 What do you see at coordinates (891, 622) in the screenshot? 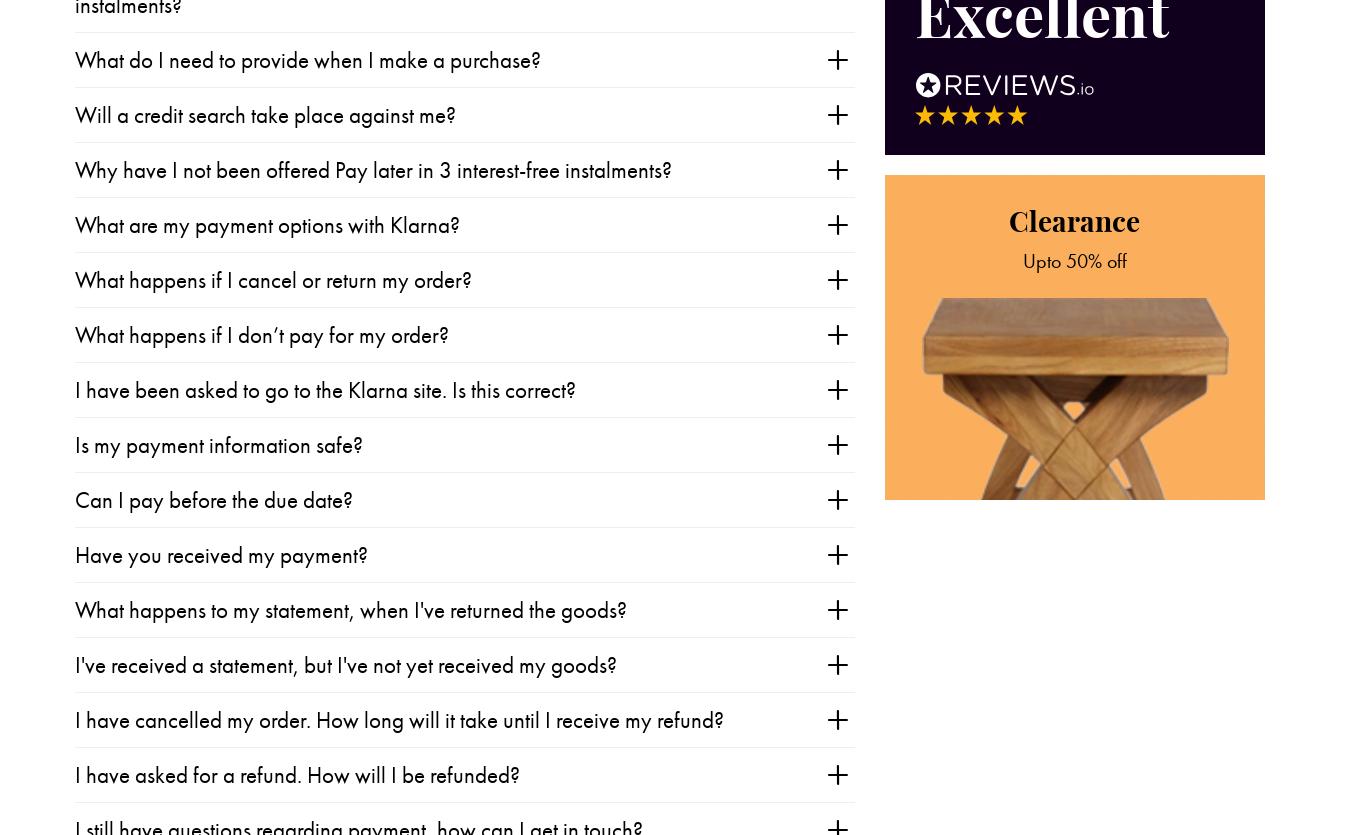
I see `'Support the British Heart Foundation by donating your old furniture.'` at bounding box center [891, 622].